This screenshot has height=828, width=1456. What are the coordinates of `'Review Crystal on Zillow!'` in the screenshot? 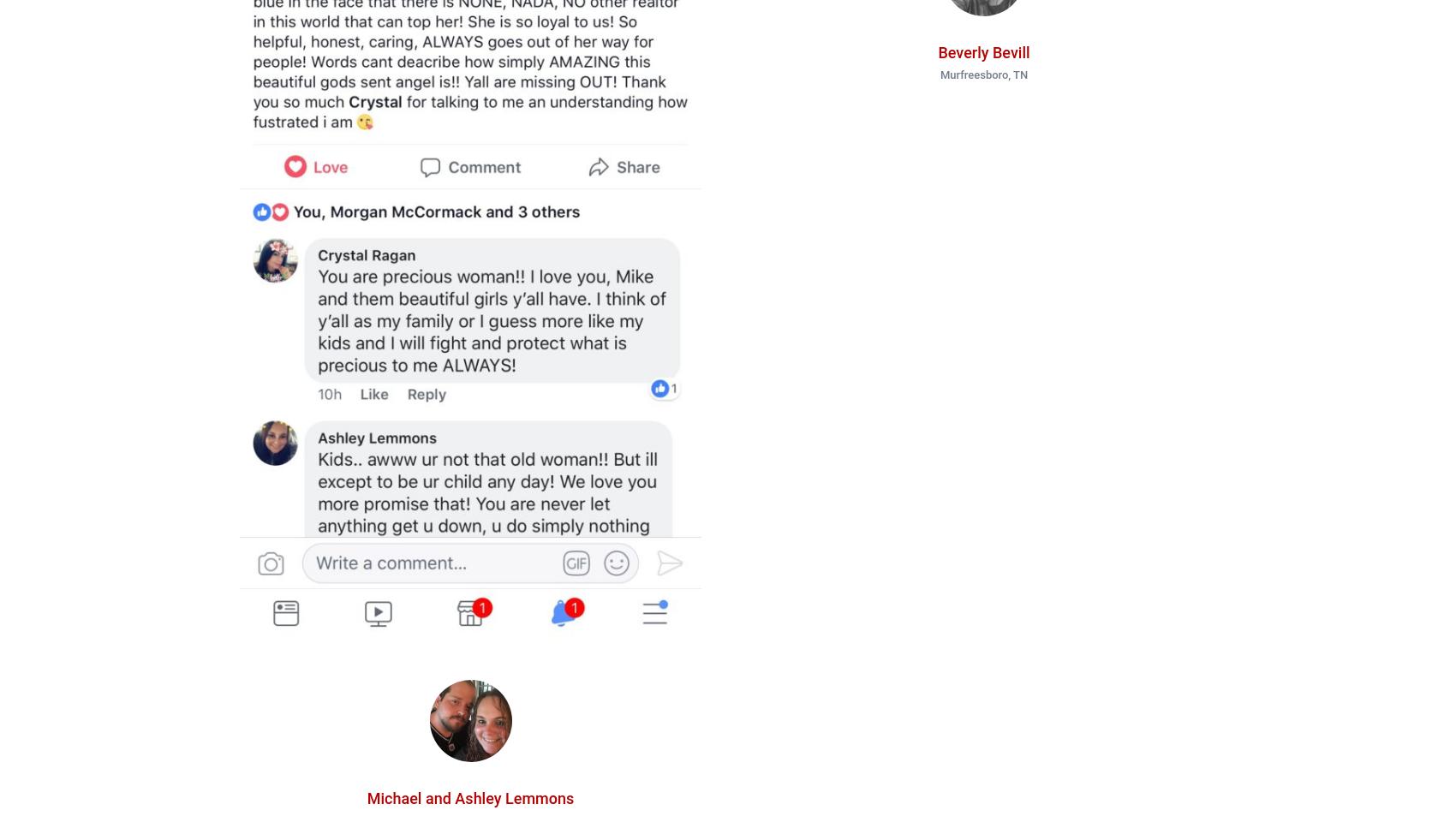 It's located at (521, 137).